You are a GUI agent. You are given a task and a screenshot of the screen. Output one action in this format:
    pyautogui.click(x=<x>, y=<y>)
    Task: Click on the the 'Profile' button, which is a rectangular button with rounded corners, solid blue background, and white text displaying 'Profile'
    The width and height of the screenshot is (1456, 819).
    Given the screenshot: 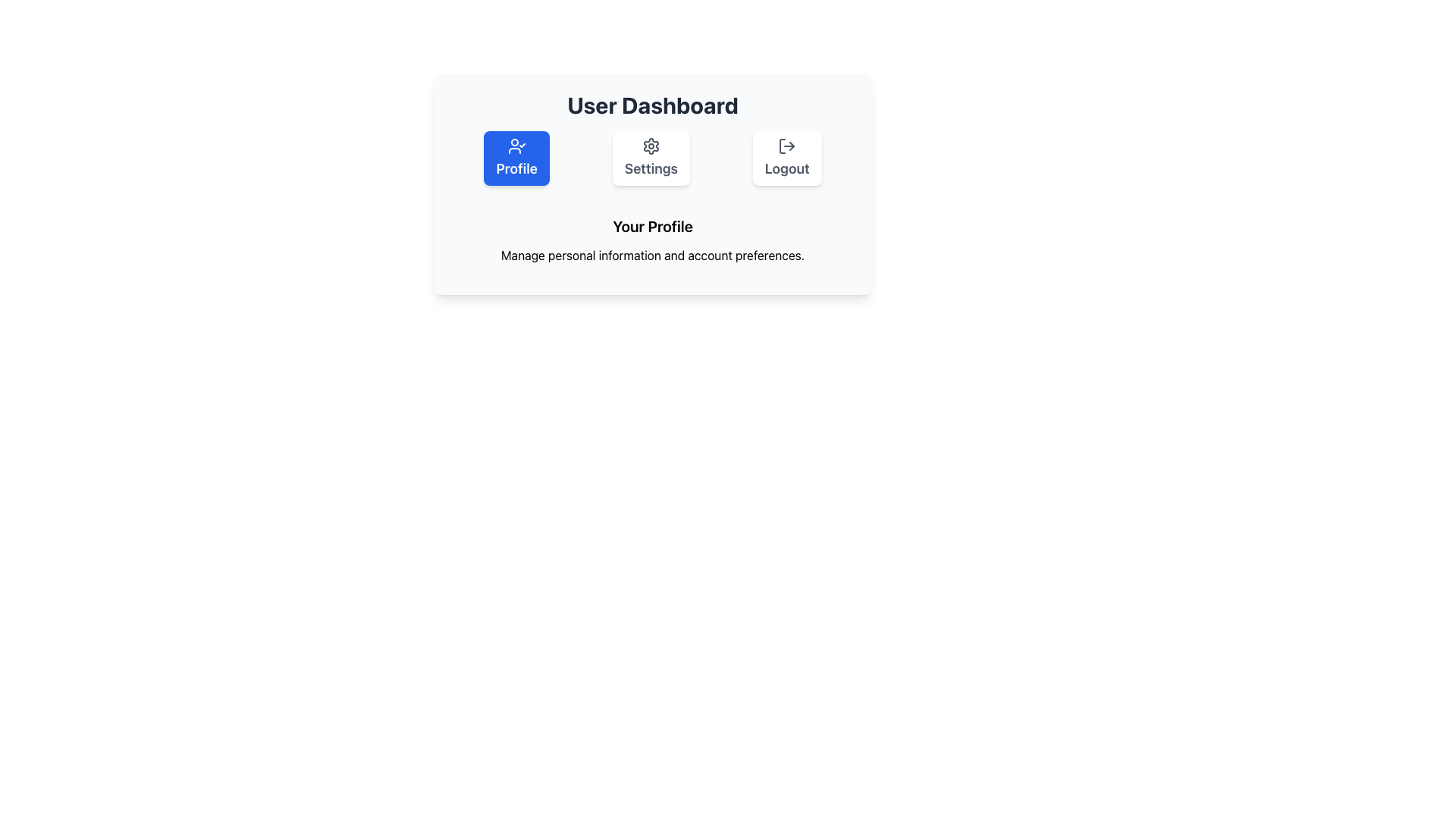 What is the action you would take?
    pyautogui.click(x=516, y=158)
    